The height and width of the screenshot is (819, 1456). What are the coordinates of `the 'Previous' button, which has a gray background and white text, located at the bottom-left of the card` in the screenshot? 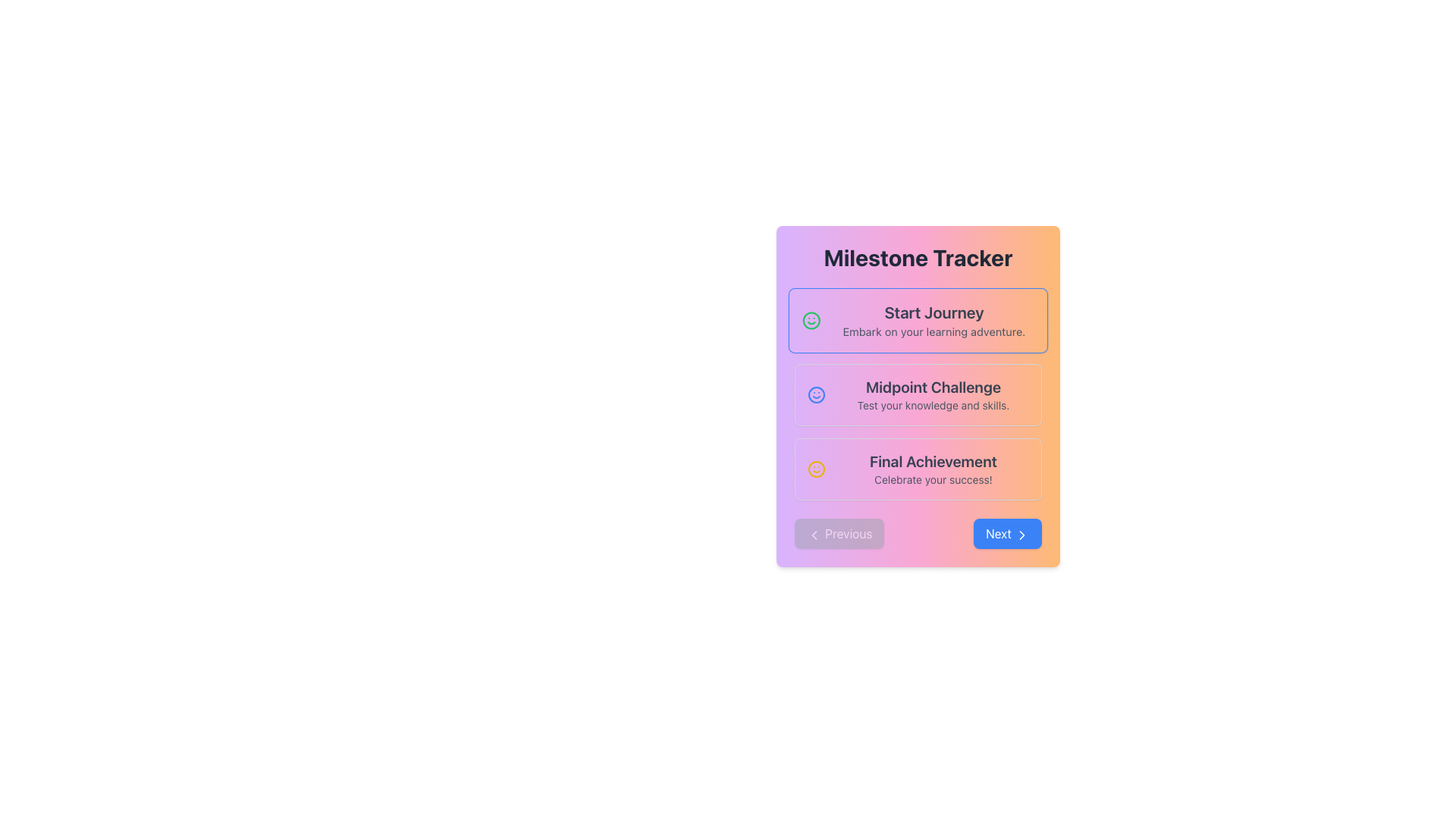 It's located at (839, 533).